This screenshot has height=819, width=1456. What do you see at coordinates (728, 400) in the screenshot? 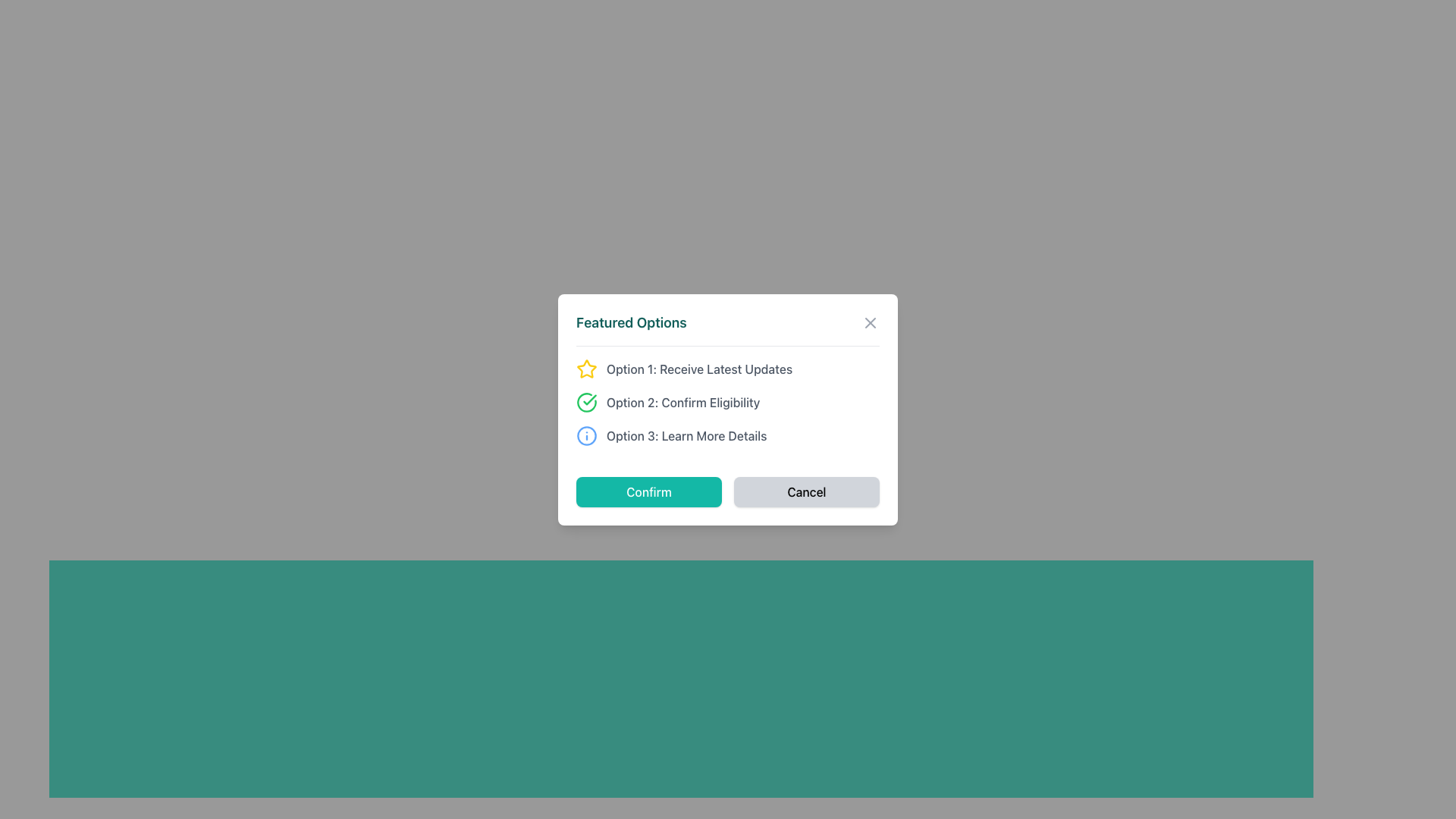
I see `the selectable options within the list of options with icons located in the 'Featured Options' dialog box, positioned just below the title and above the 'Confirm' and 'Cancel' buttons` at bounding box center [728, 400].